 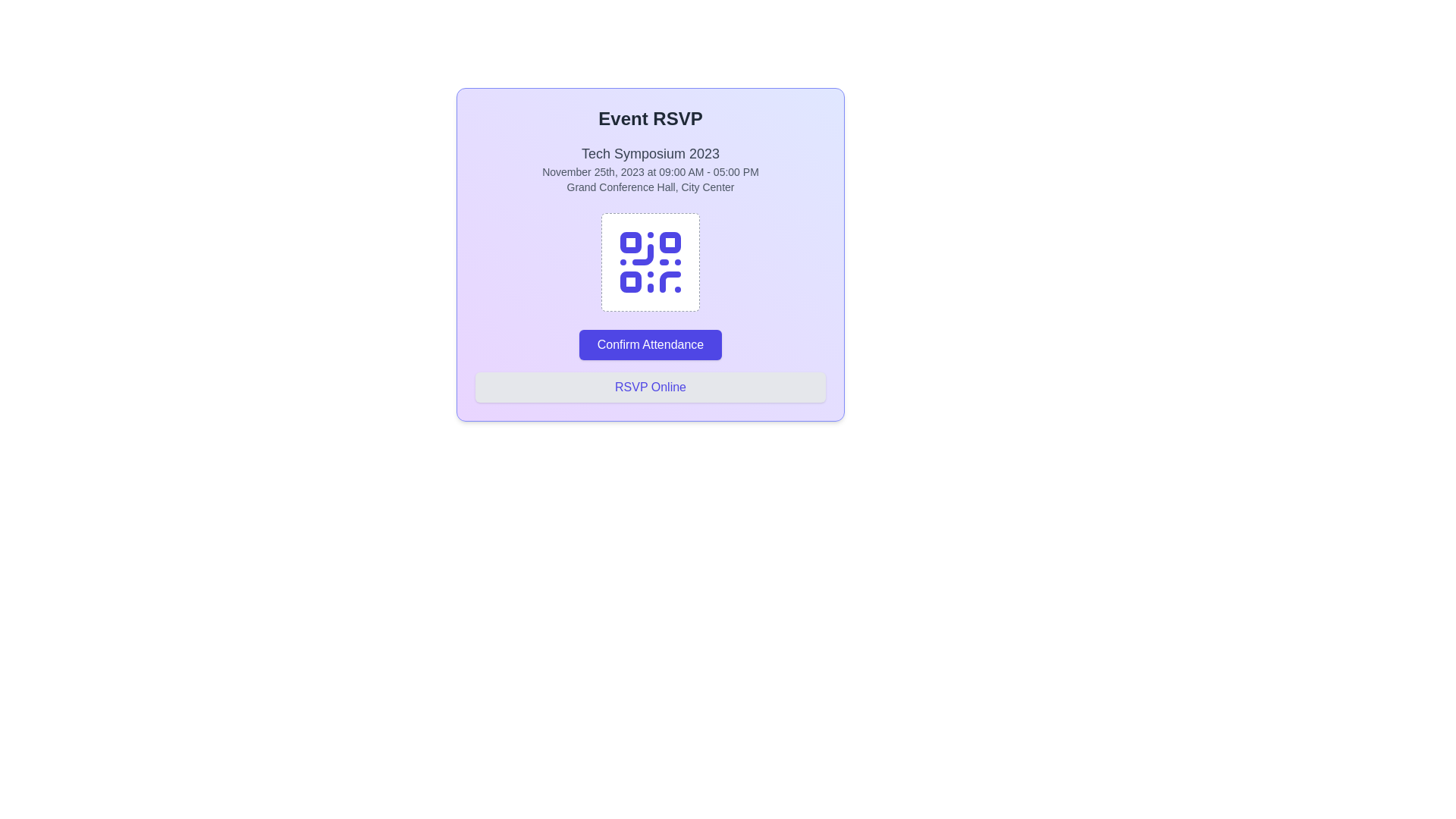 What do you see at coordinates (651, 169) in the screenshot?
I see `the Text content block that provides the title, date, time, and location of an event, located directly beneath the heading 'Event RSVP'` at bounding box center [651, 169].